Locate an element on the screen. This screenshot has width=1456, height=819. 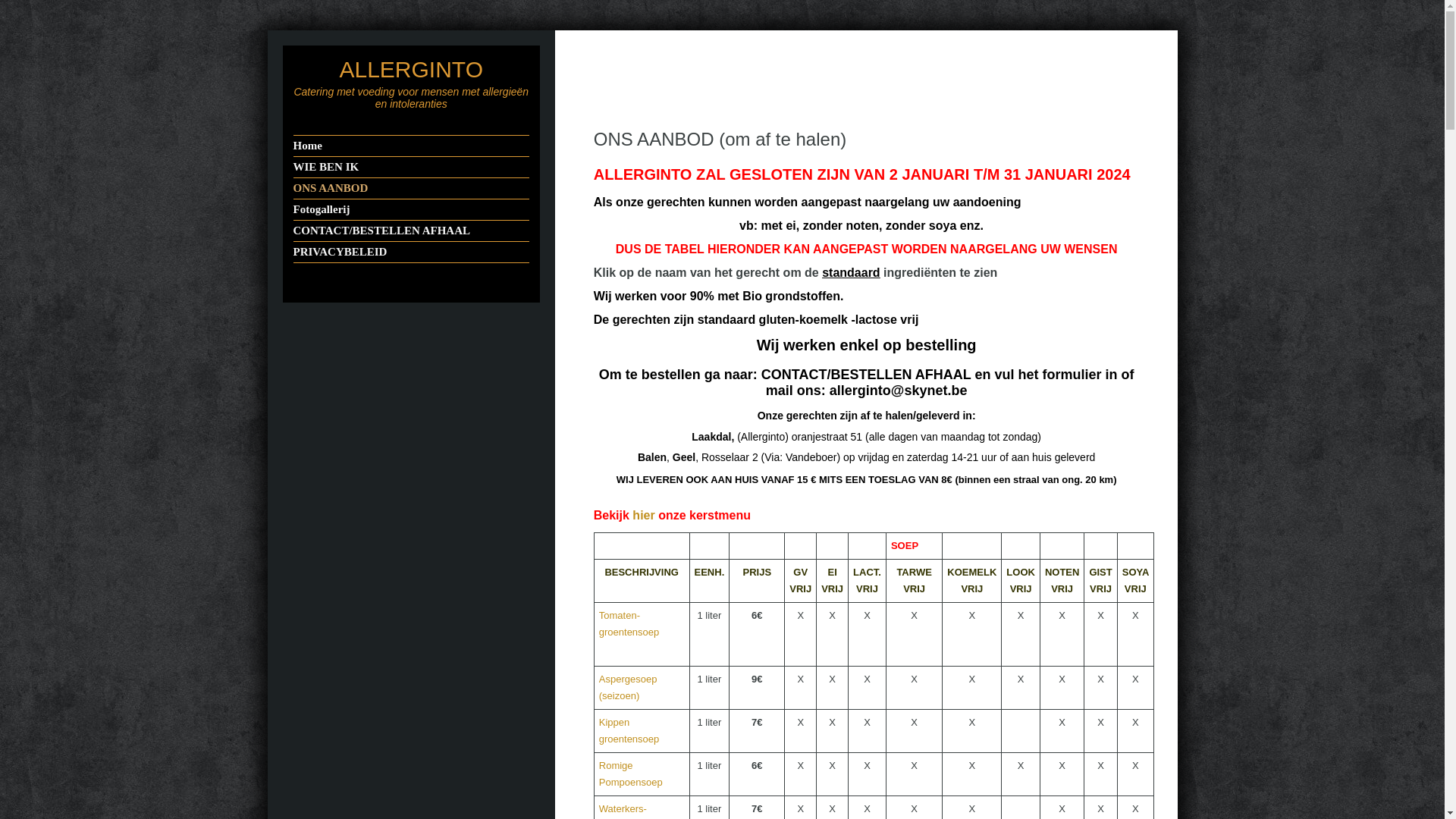
'Romige Pompoensoep' is located at coordinates (598, 773).